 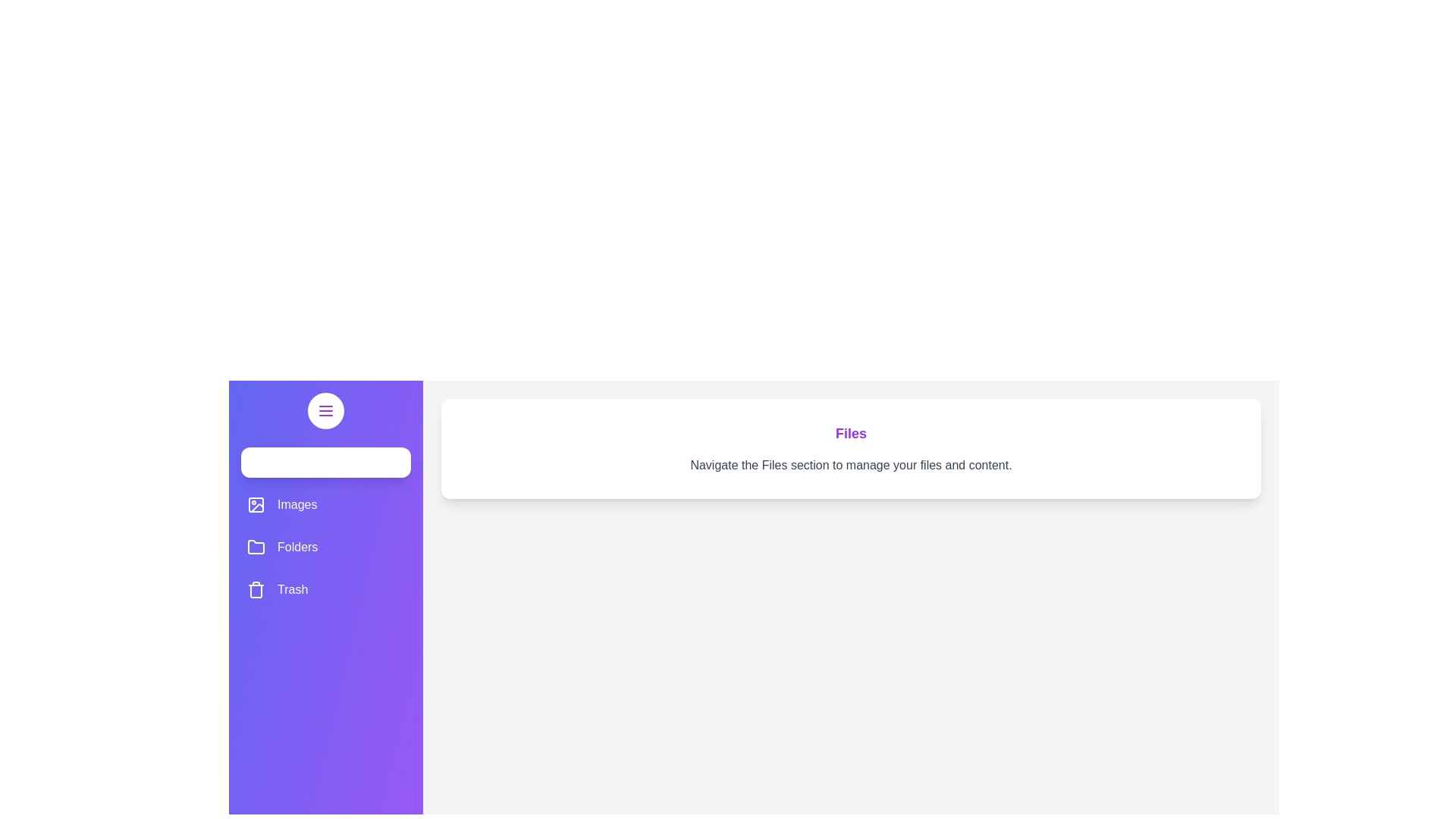 What do you see at coordinates (325, 589) in the screenshot?
I see `the section Trash to navigate to it` at bounding box center [325, 589].